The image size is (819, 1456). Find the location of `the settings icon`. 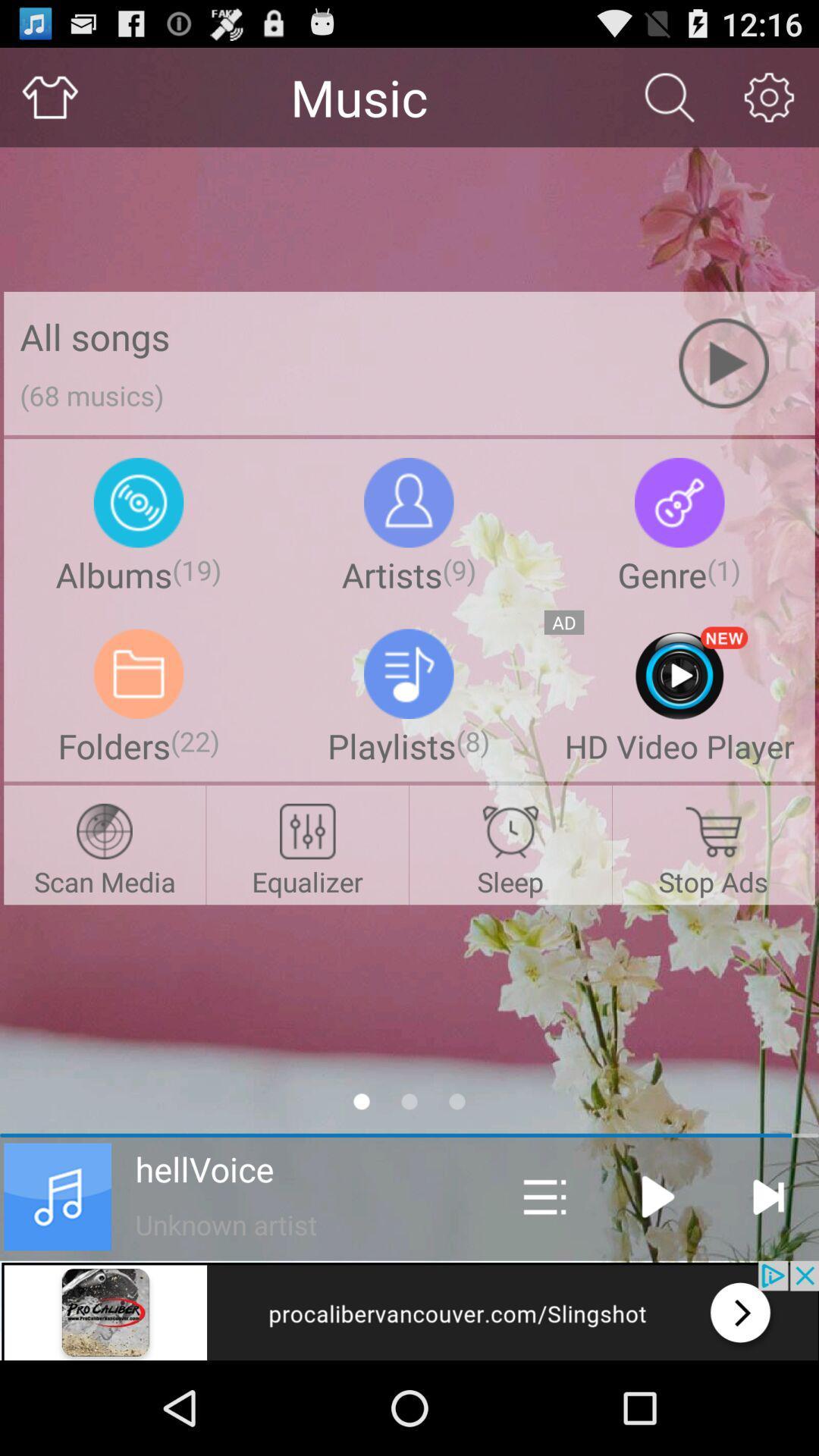

the settings icon is located at coordinates (769, 103).